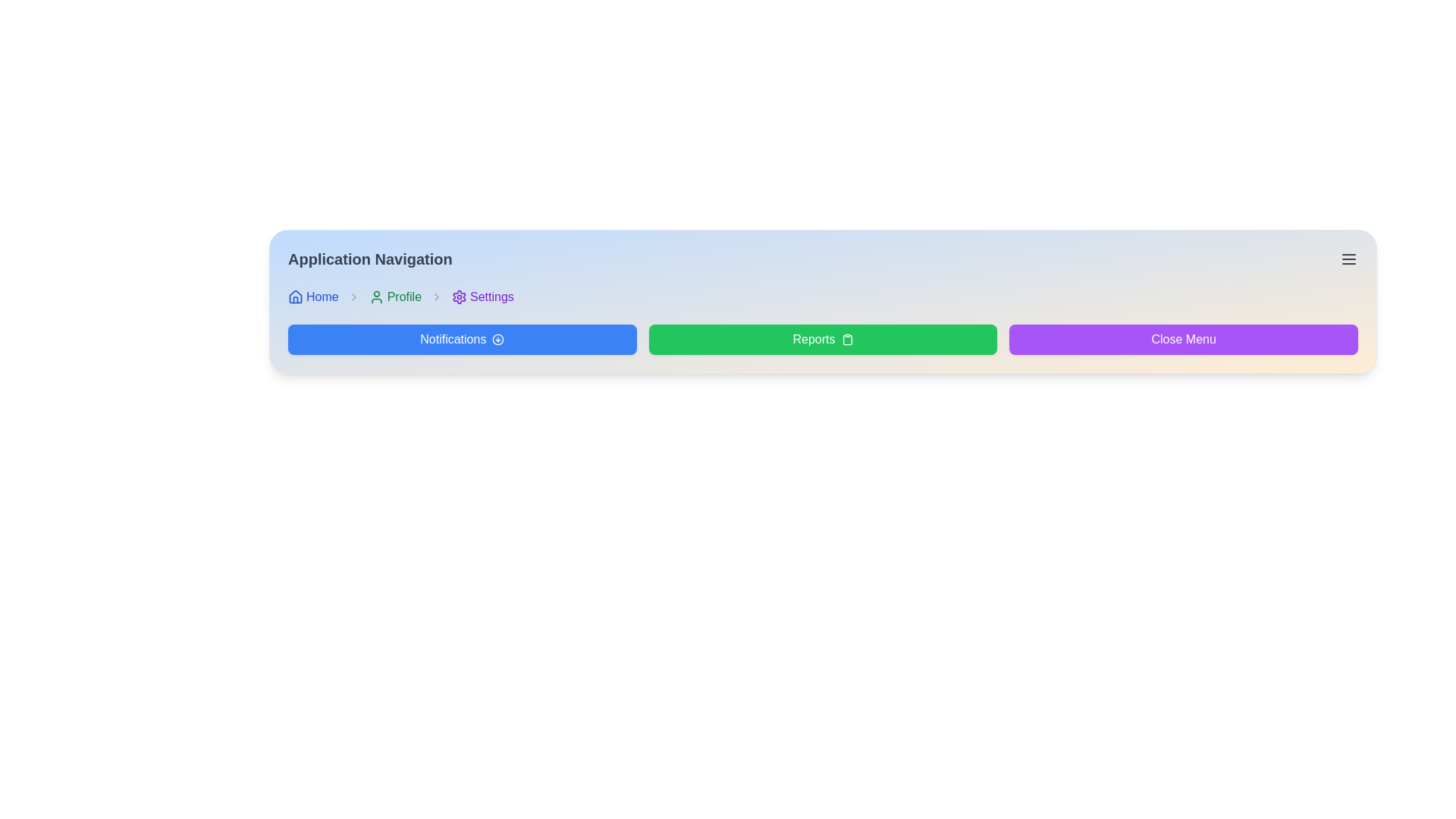 This screenshot has height=819, width=1456. I want to click on the circular icon with a downward arrow inside it, located within the blue 'Notifications' button, so click(498, 338).